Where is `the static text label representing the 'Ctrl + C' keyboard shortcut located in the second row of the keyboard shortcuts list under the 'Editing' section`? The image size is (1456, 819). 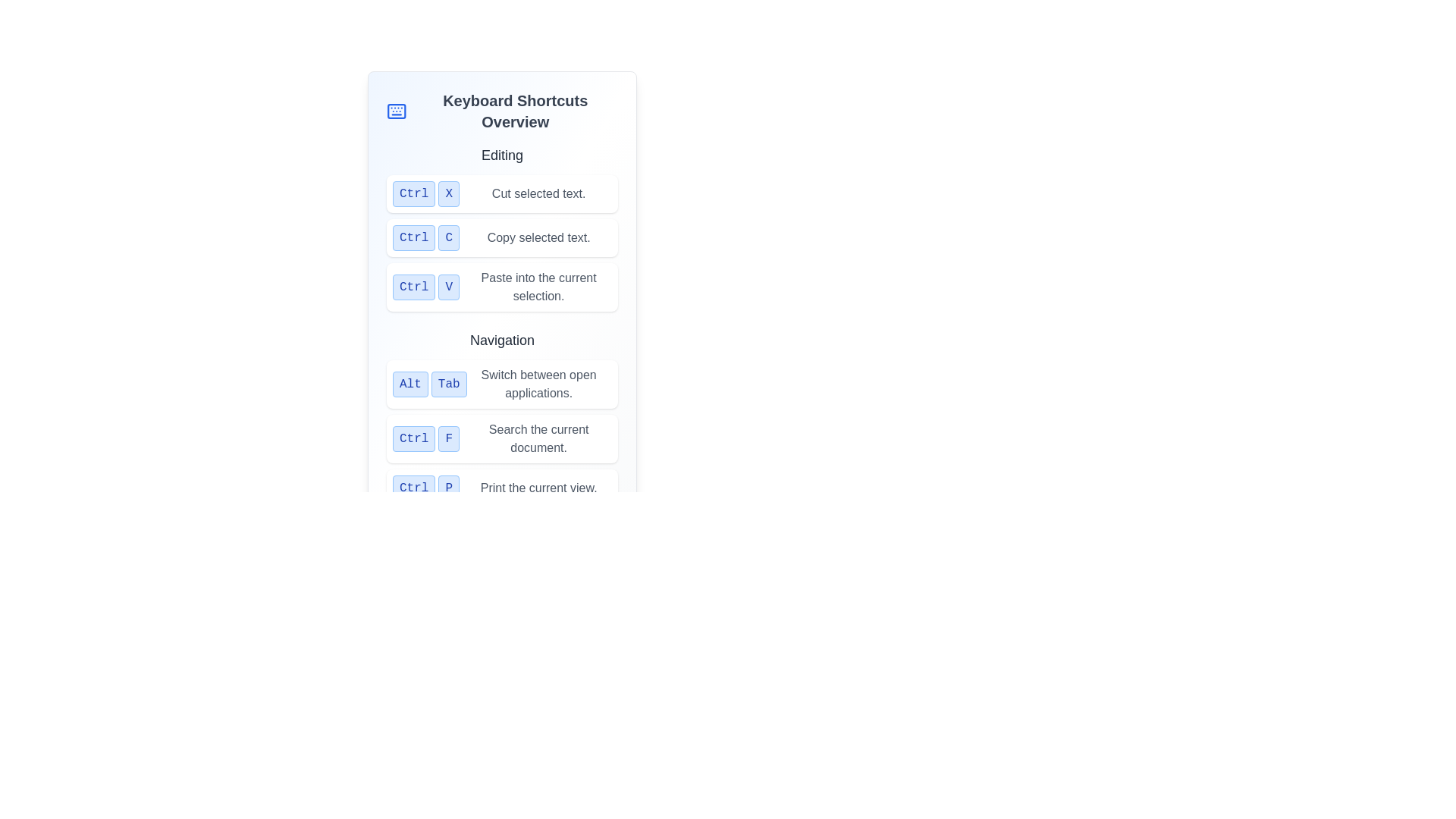 the static text label representing the 'Ctrl + C' keyboard shortcut located in the second row of the keyboard shortcuts list under the 'Editing' section is located at coordinates (428, 237).